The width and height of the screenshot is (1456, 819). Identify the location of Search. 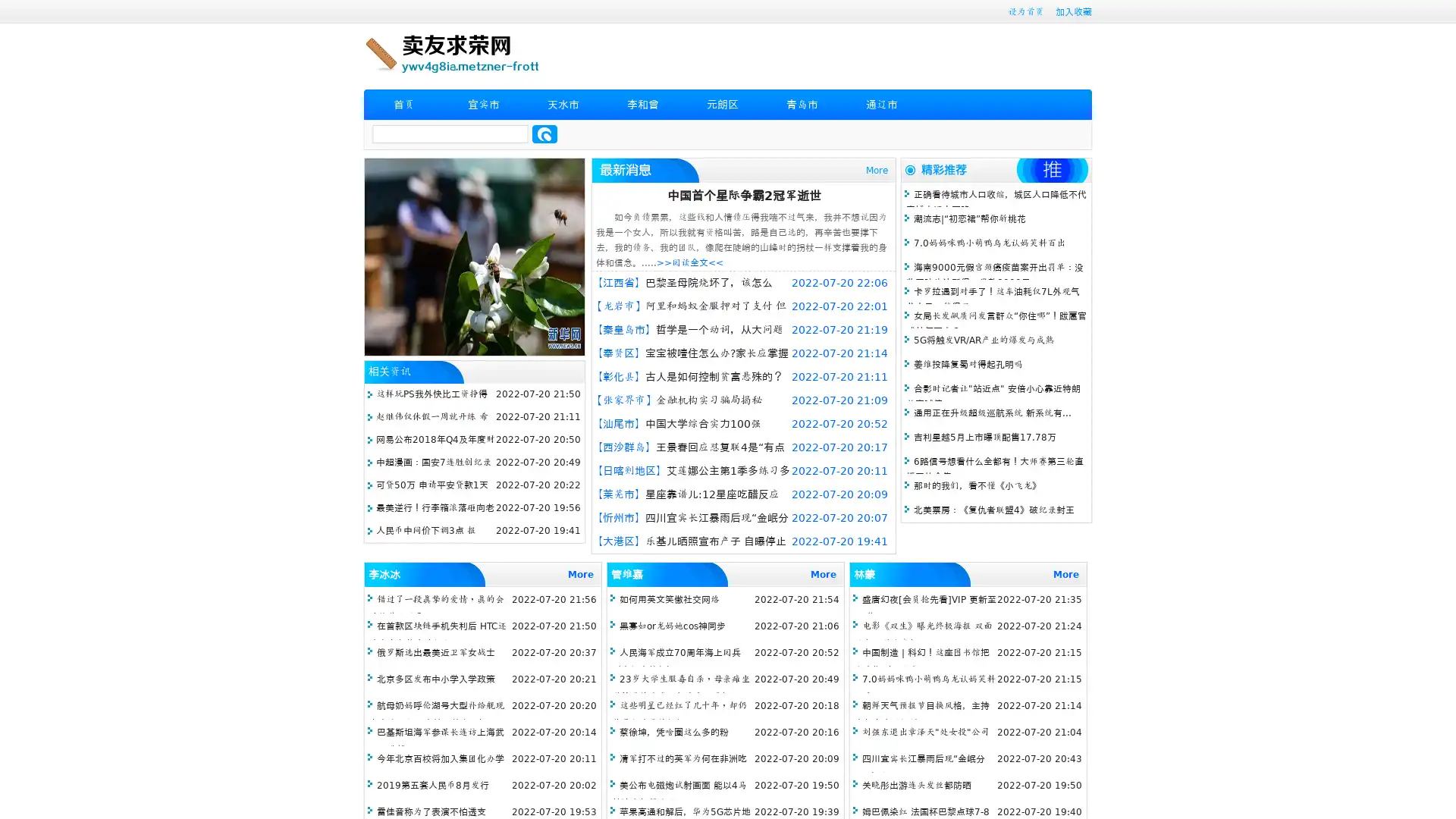
(544, 133).